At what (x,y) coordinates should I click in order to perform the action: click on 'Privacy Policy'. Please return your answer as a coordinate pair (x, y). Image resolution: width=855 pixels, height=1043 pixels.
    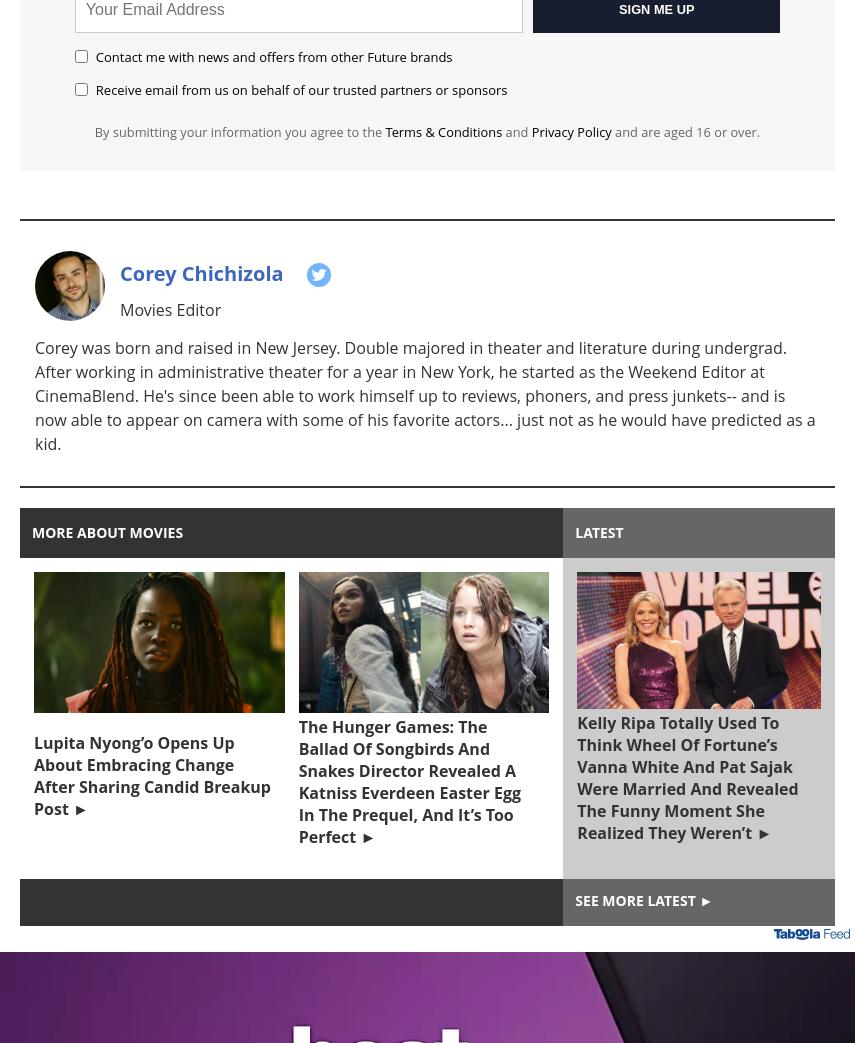
    Looking at the image, I should click on (569, 132).